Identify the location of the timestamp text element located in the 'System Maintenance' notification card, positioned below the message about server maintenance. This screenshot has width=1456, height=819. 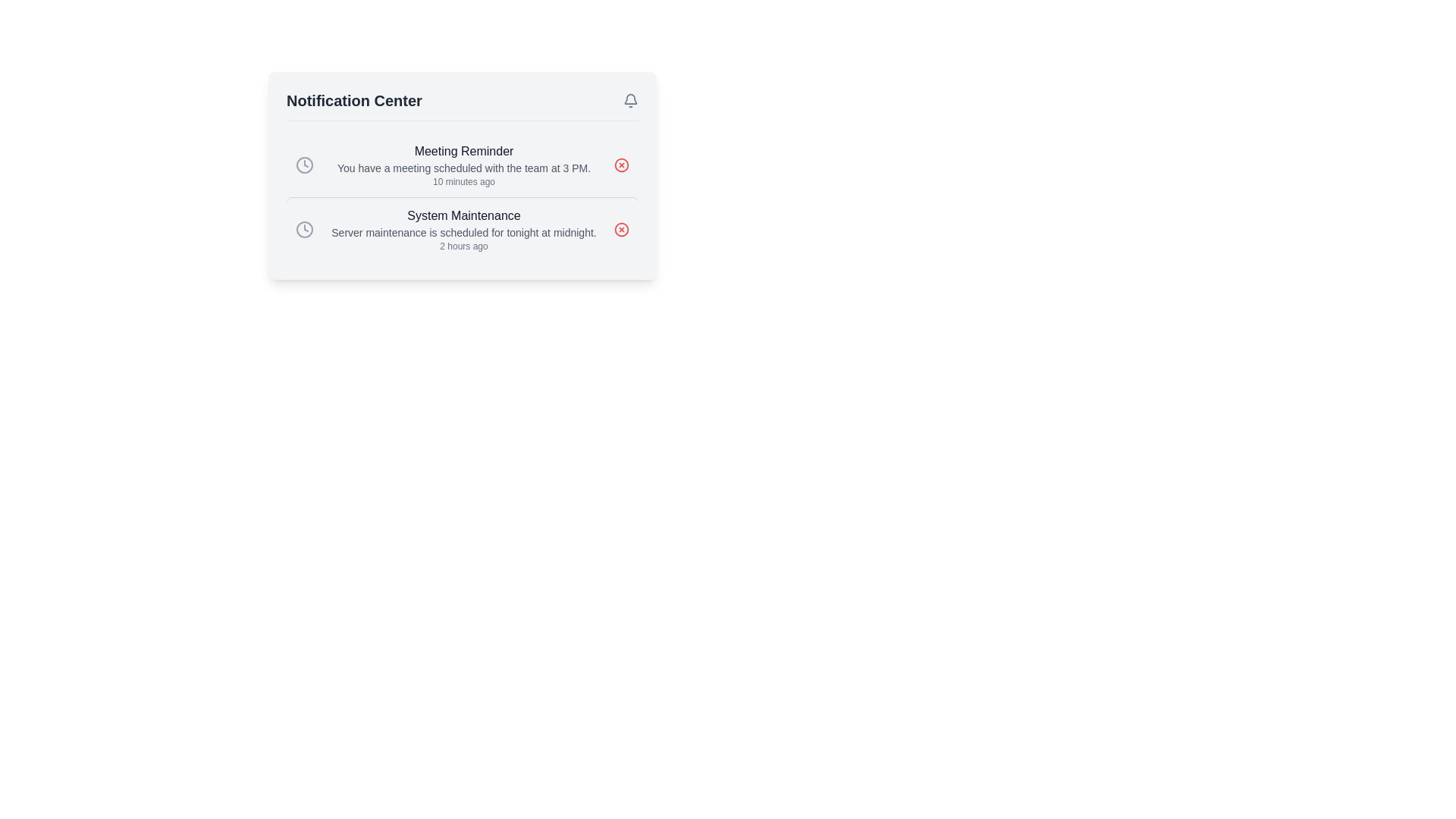
(463, 245).